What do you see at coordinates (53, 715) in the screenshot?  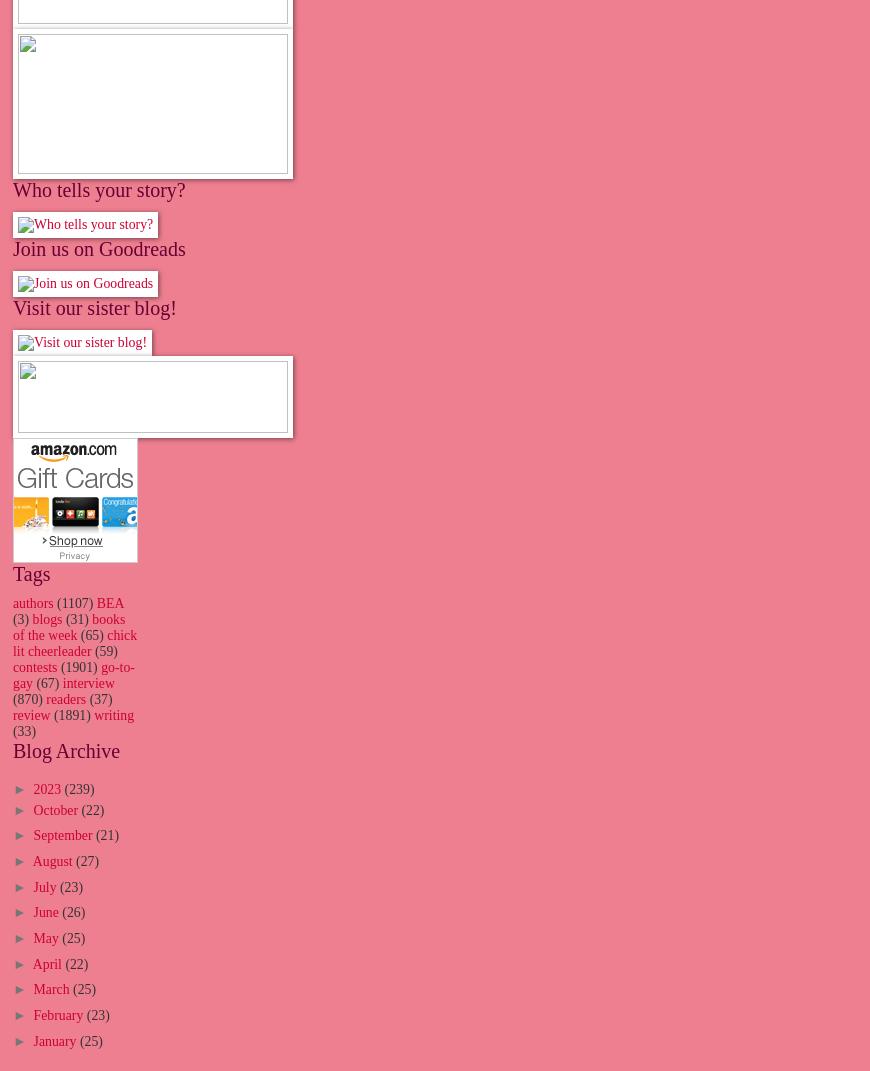 I see `'(1891)'` at bounding box center [53, 715].